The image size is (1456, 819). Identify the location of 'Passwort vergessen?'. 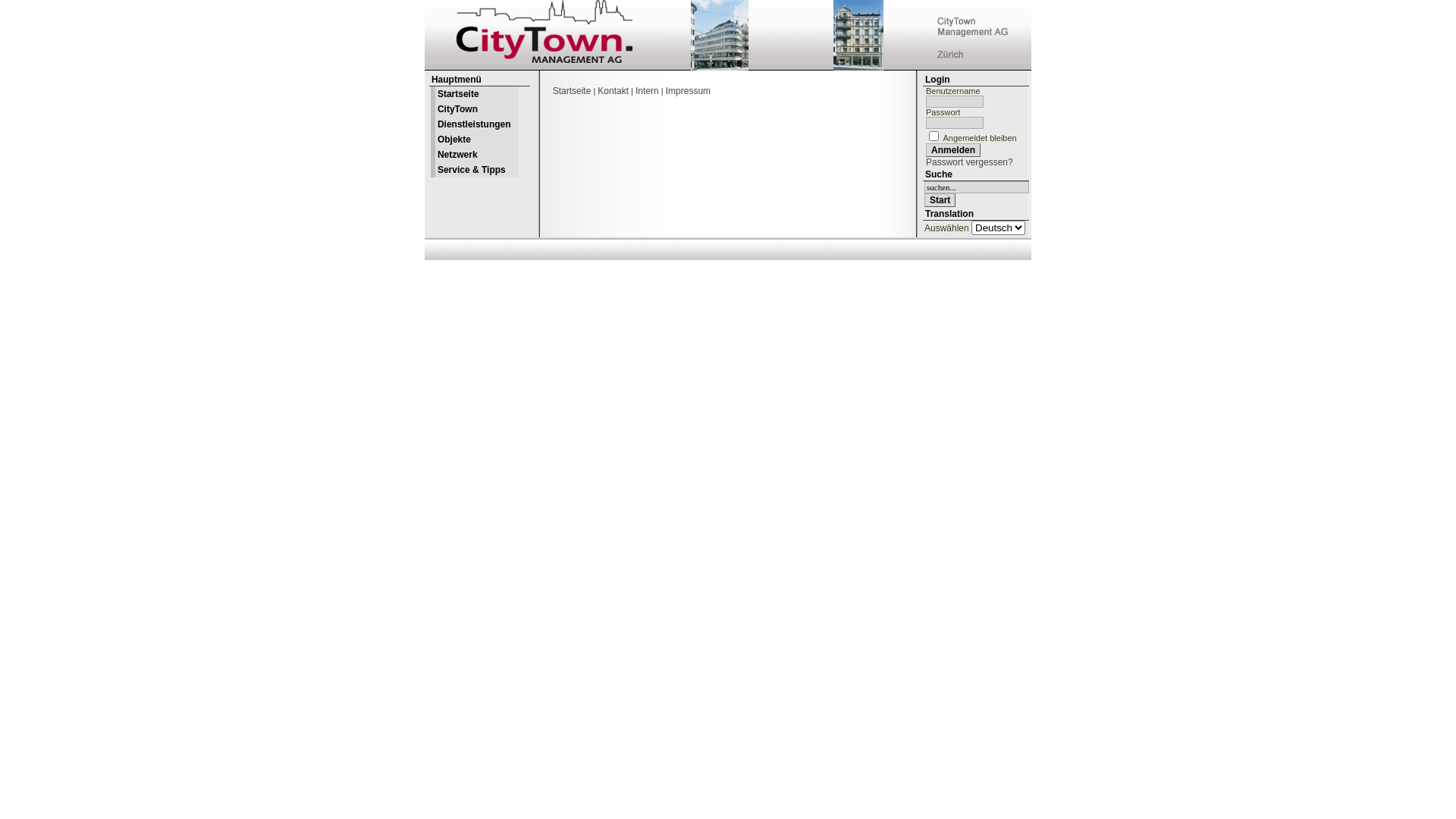
(968, 162).